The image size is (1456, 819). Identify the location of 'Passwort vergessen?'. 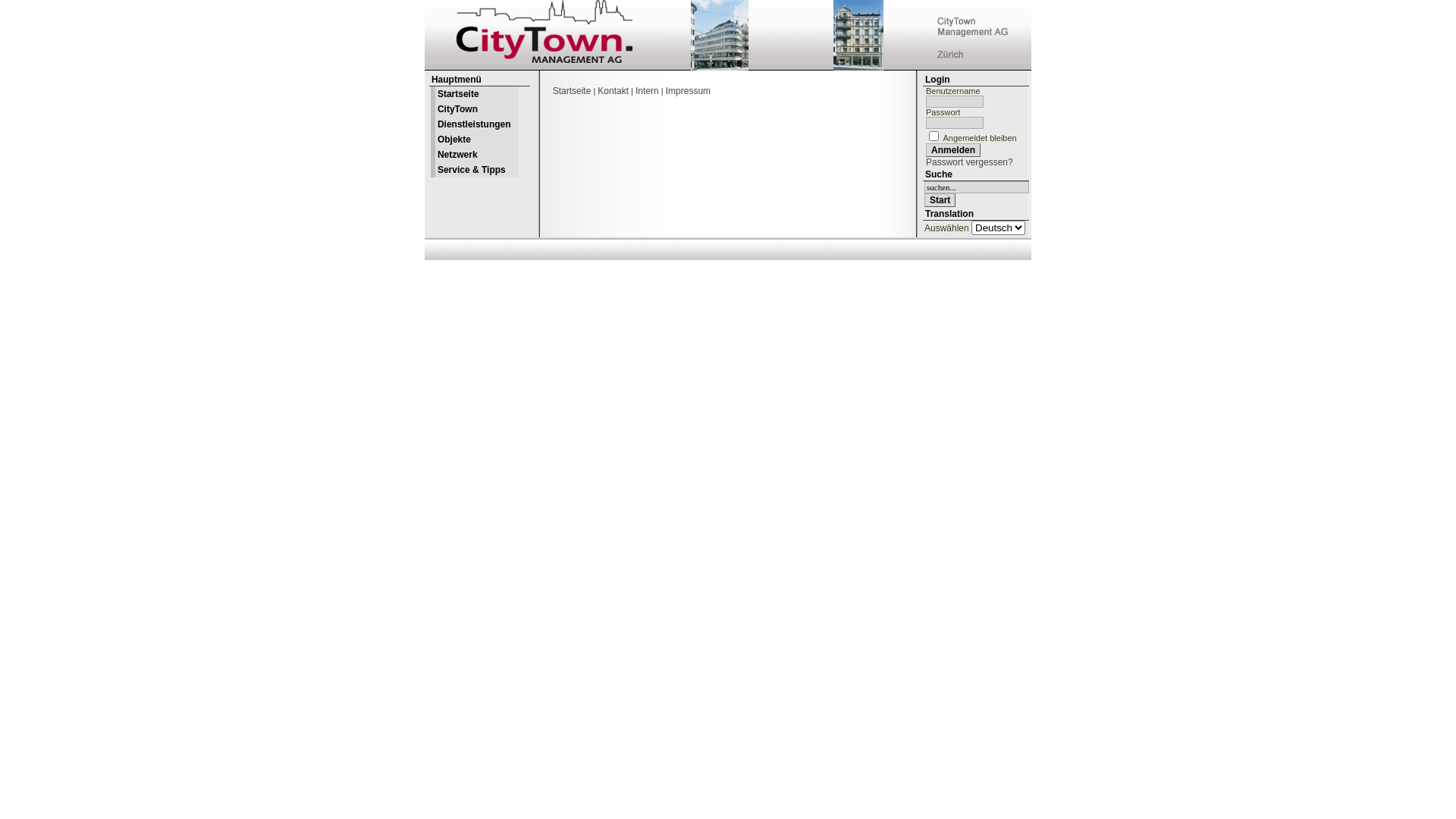
(968, 162).